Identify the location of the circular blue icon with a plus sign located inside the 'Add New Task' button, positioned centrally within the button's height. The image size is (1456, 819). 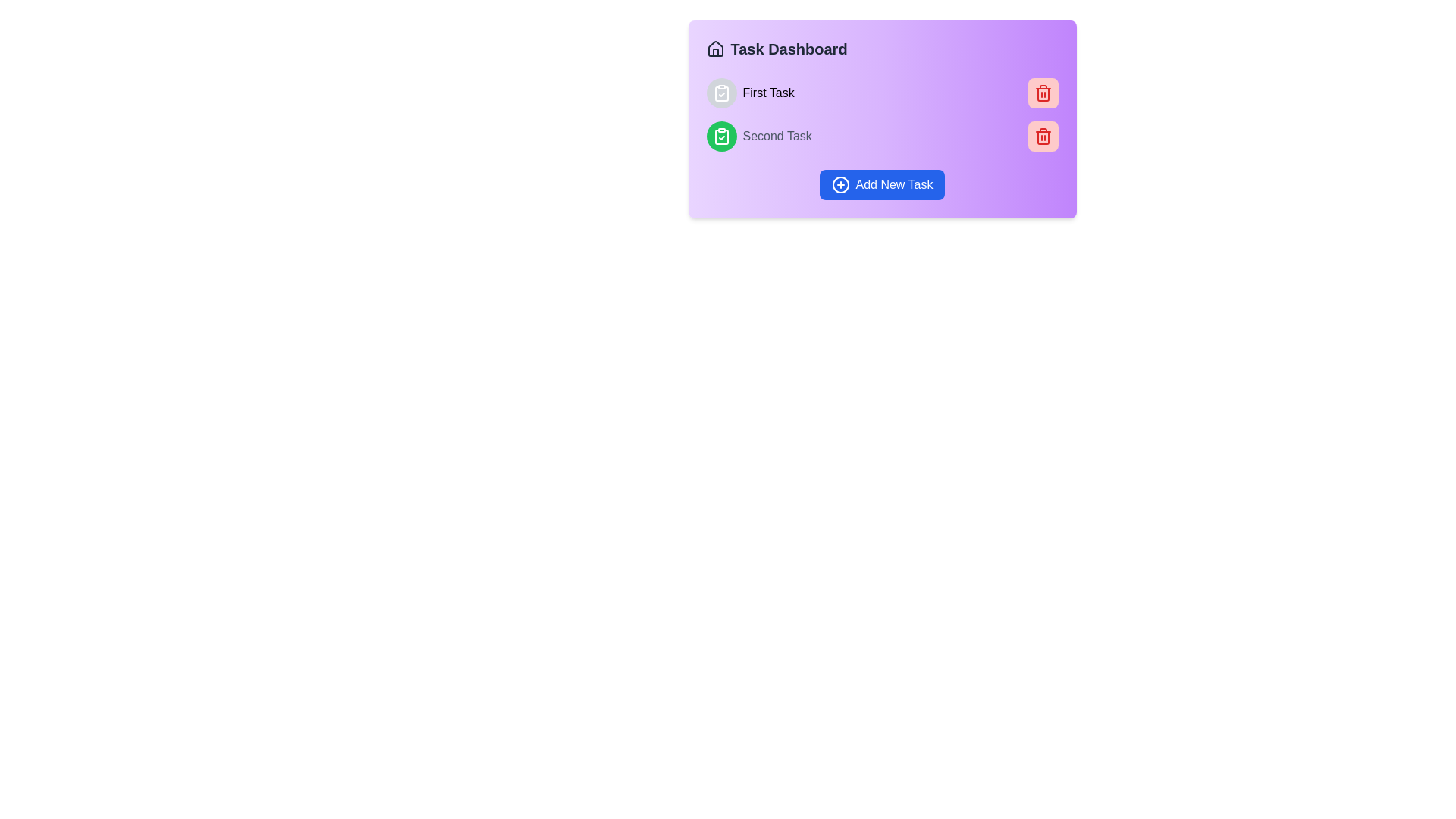
(839, 184).